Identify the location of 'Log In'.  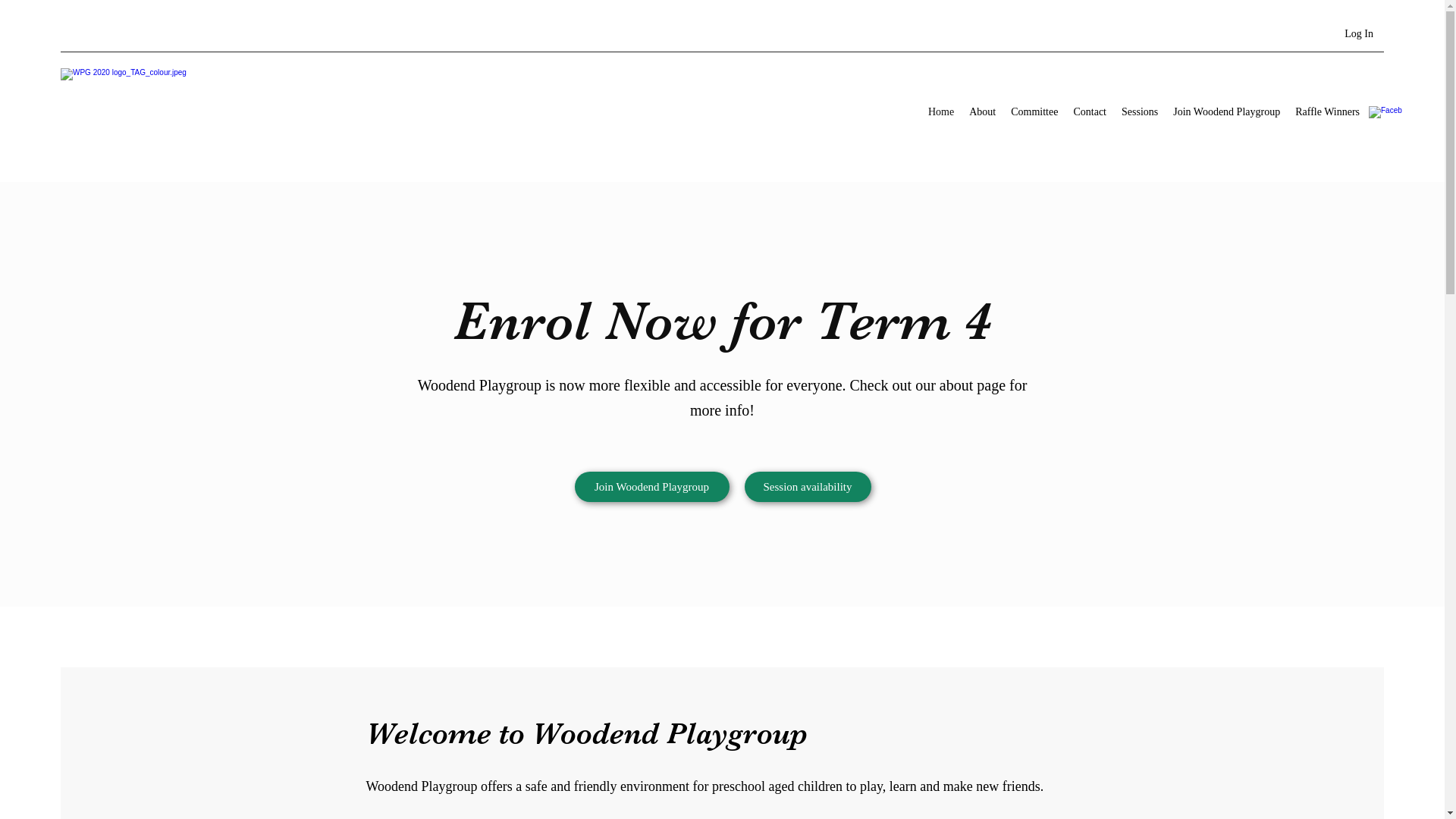
(1358, 33).